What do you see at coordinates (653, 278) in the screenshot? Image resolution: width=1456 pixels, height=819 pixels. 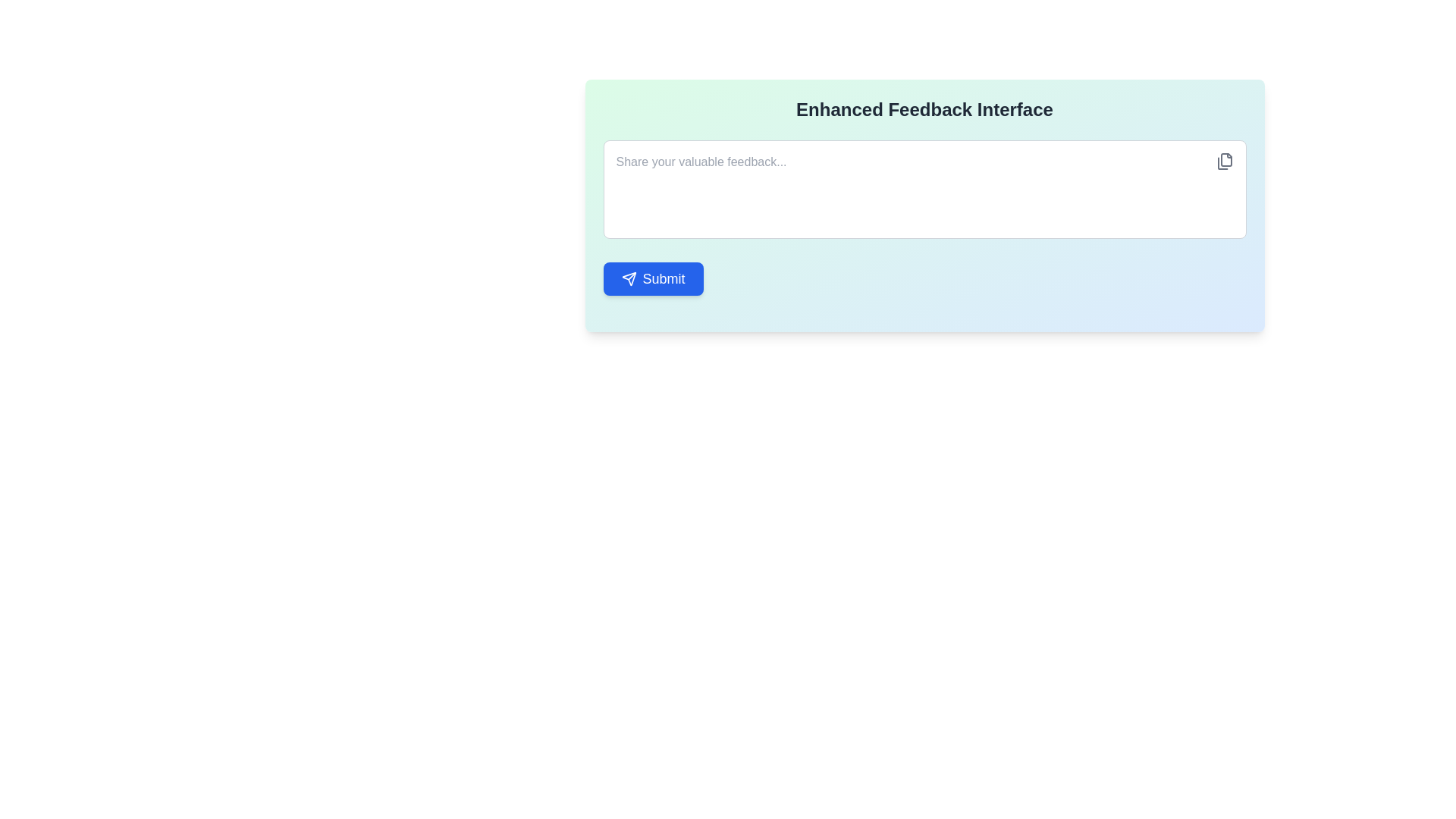 I see `the submit button located at the bottom left of the feedback form` at bounding box center [653, 278].